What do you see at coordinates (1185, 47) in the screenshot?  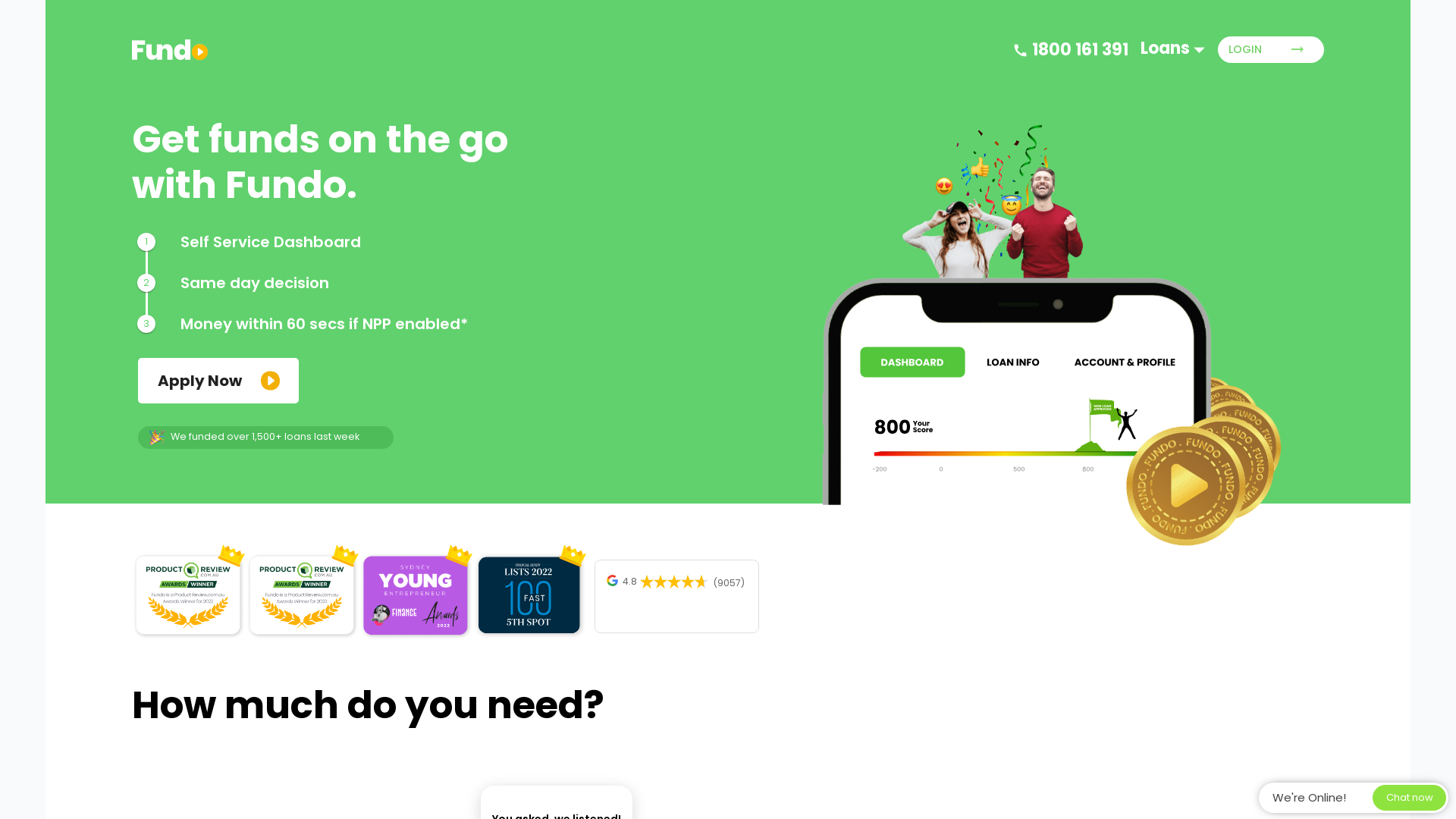 I see `'Loans` at bounding box center [1185, 47].